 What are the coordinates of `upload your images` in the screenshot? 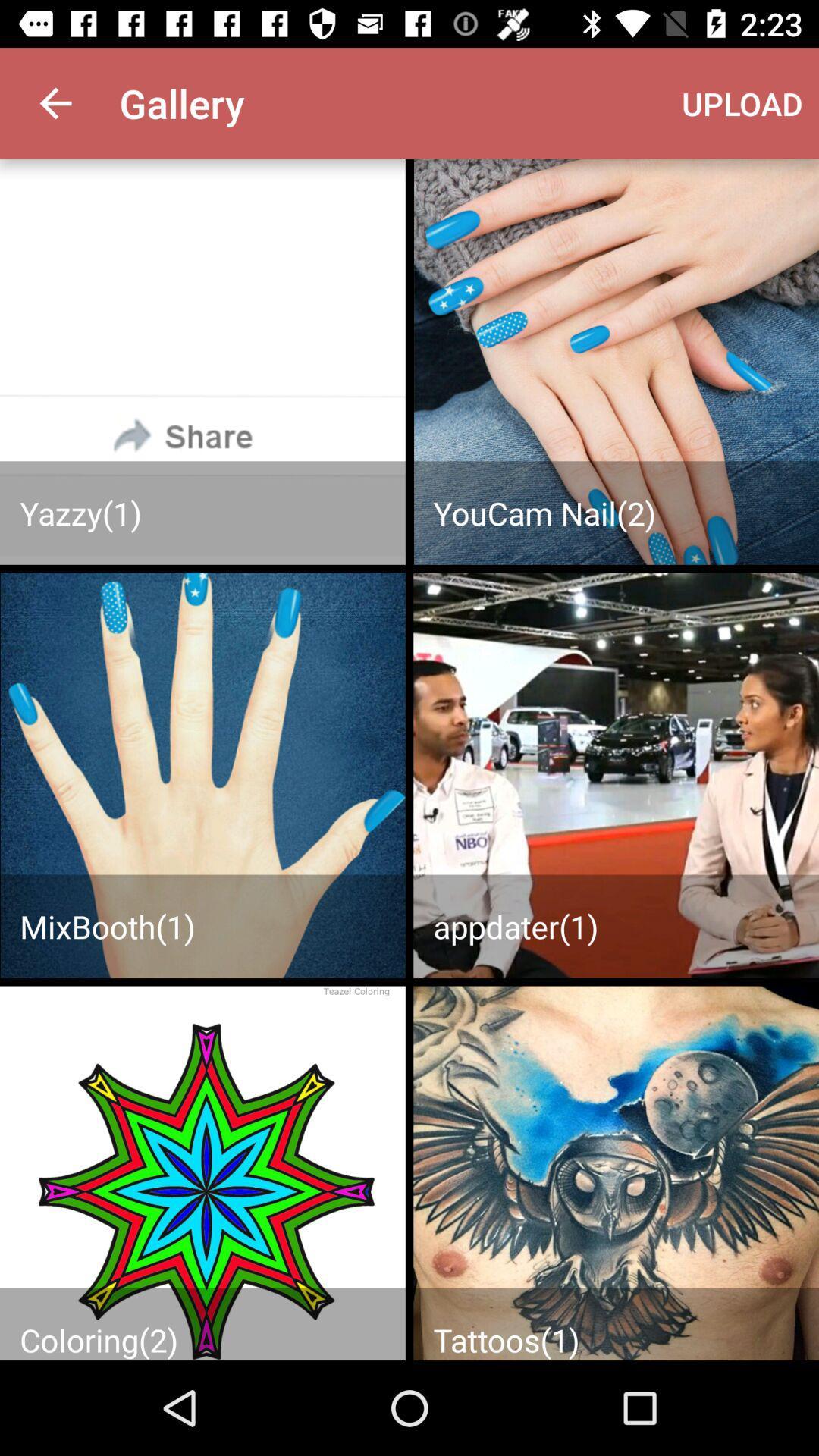 It's located at (616, 775).